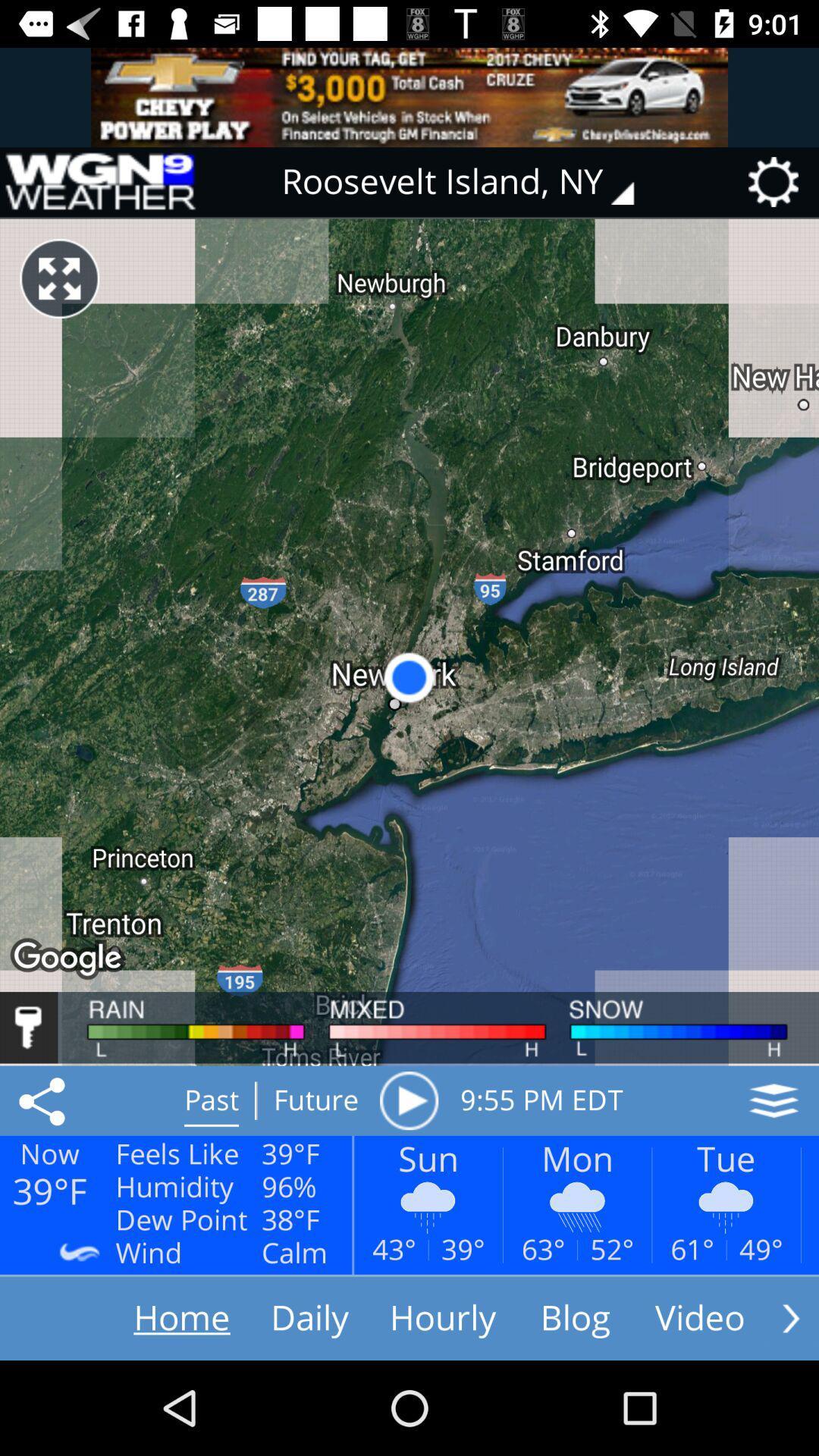  Describe the element at coordinates (790, 1317) in the screenshot. I see `more options` at that location.